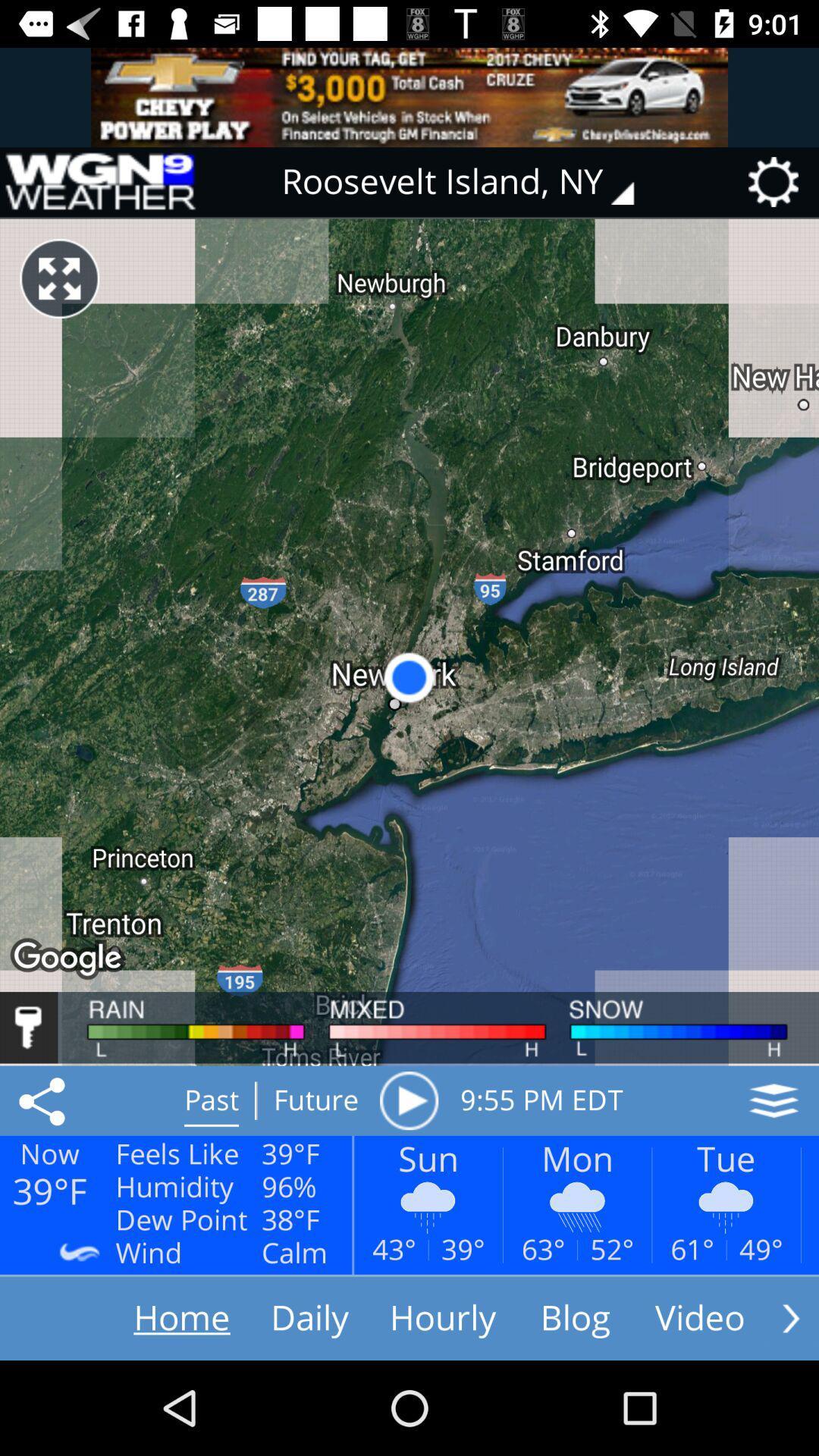  Describe the element at coordinates (790, 1317) in the screenshot. I see `more options` at that location.